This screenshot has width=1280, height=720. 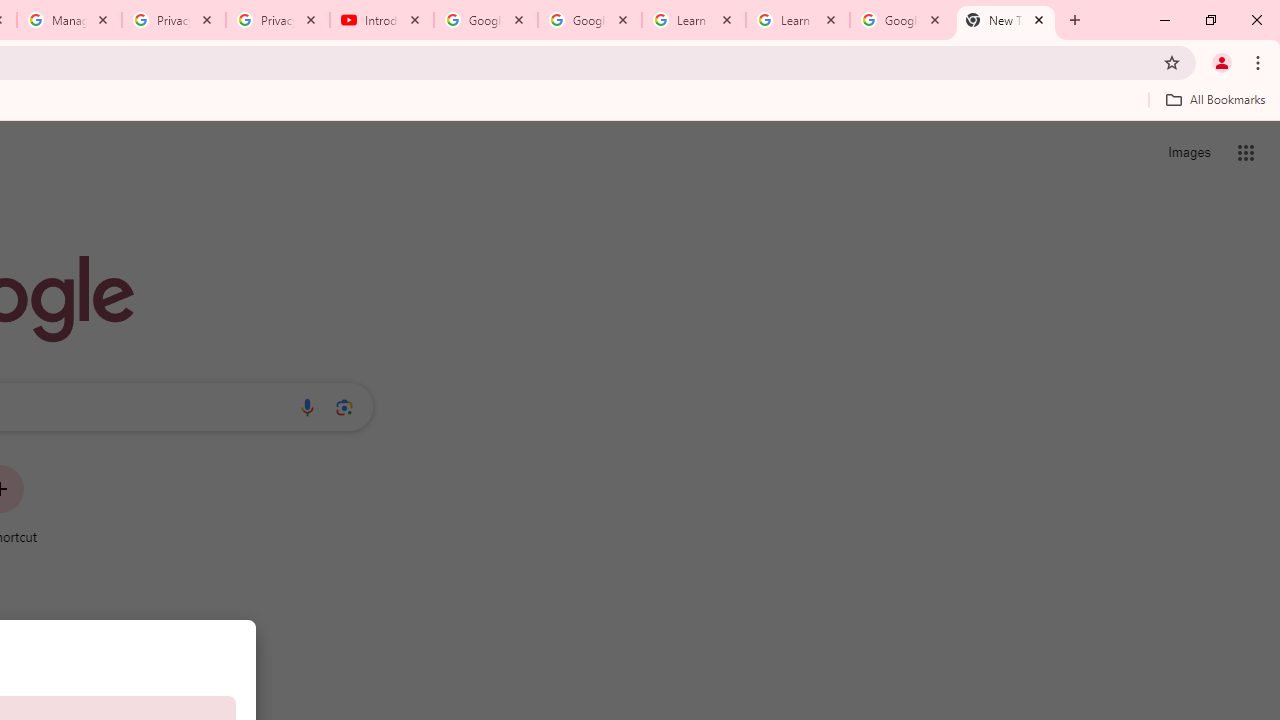 I want to click on 'New Tab', so click(x=1006, y=20).